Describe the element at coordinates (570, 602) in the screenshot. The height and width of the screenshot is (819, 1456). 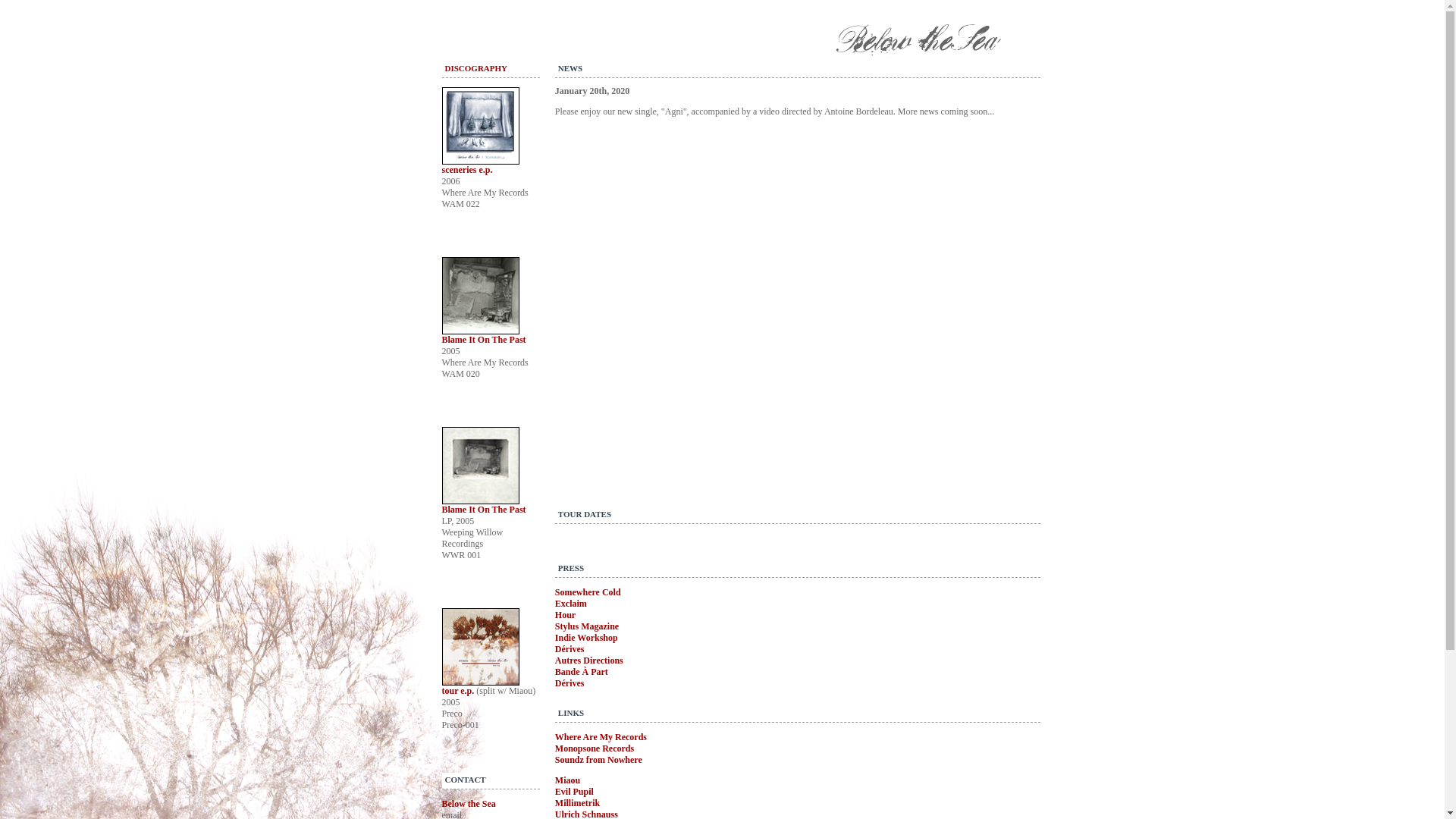
I see `'Exclaim'` at that location.